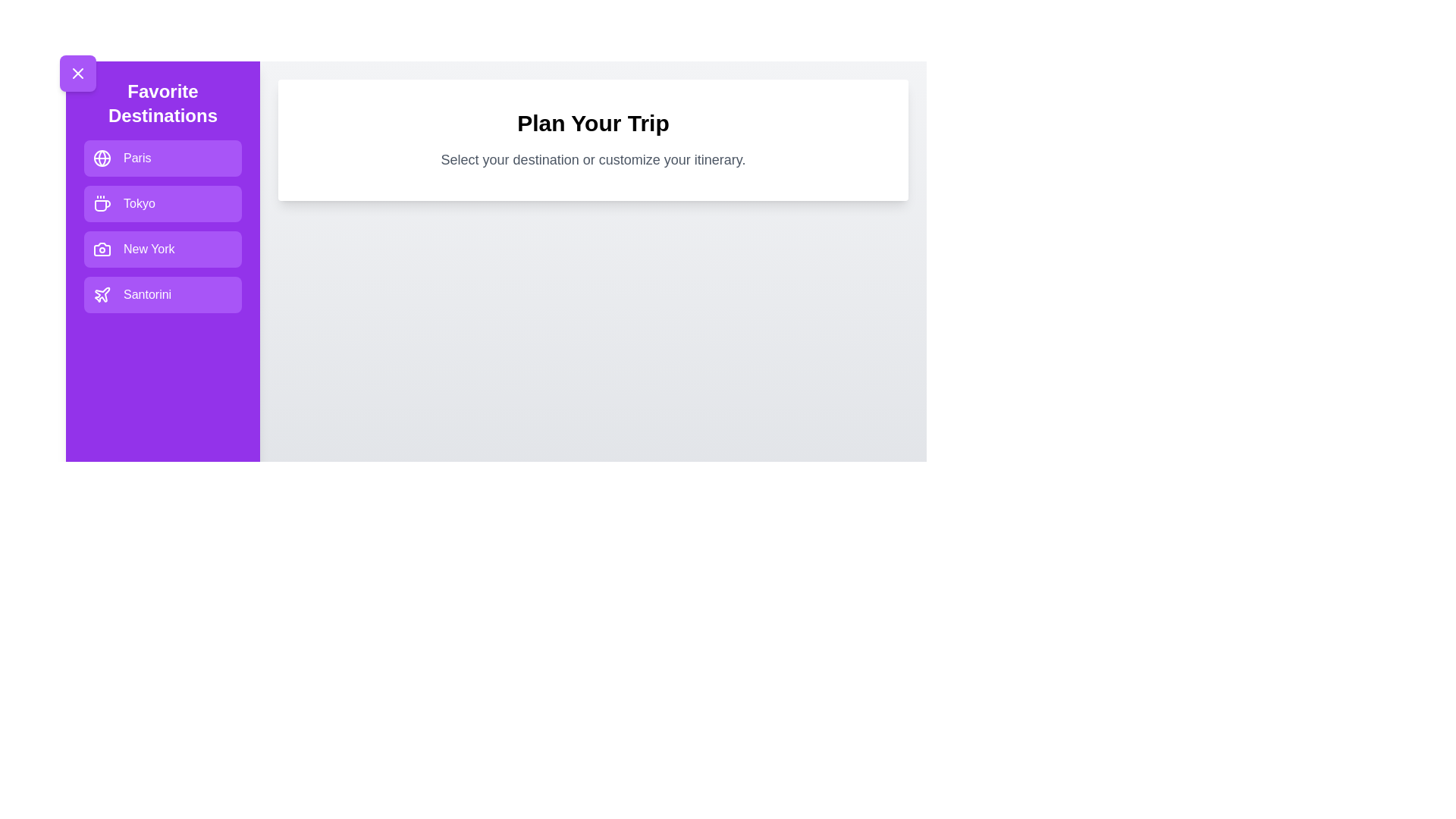 This screenshot has width=1456, height=819. I want to click on the destination Santorini in the sidebar, so click(163, 295).